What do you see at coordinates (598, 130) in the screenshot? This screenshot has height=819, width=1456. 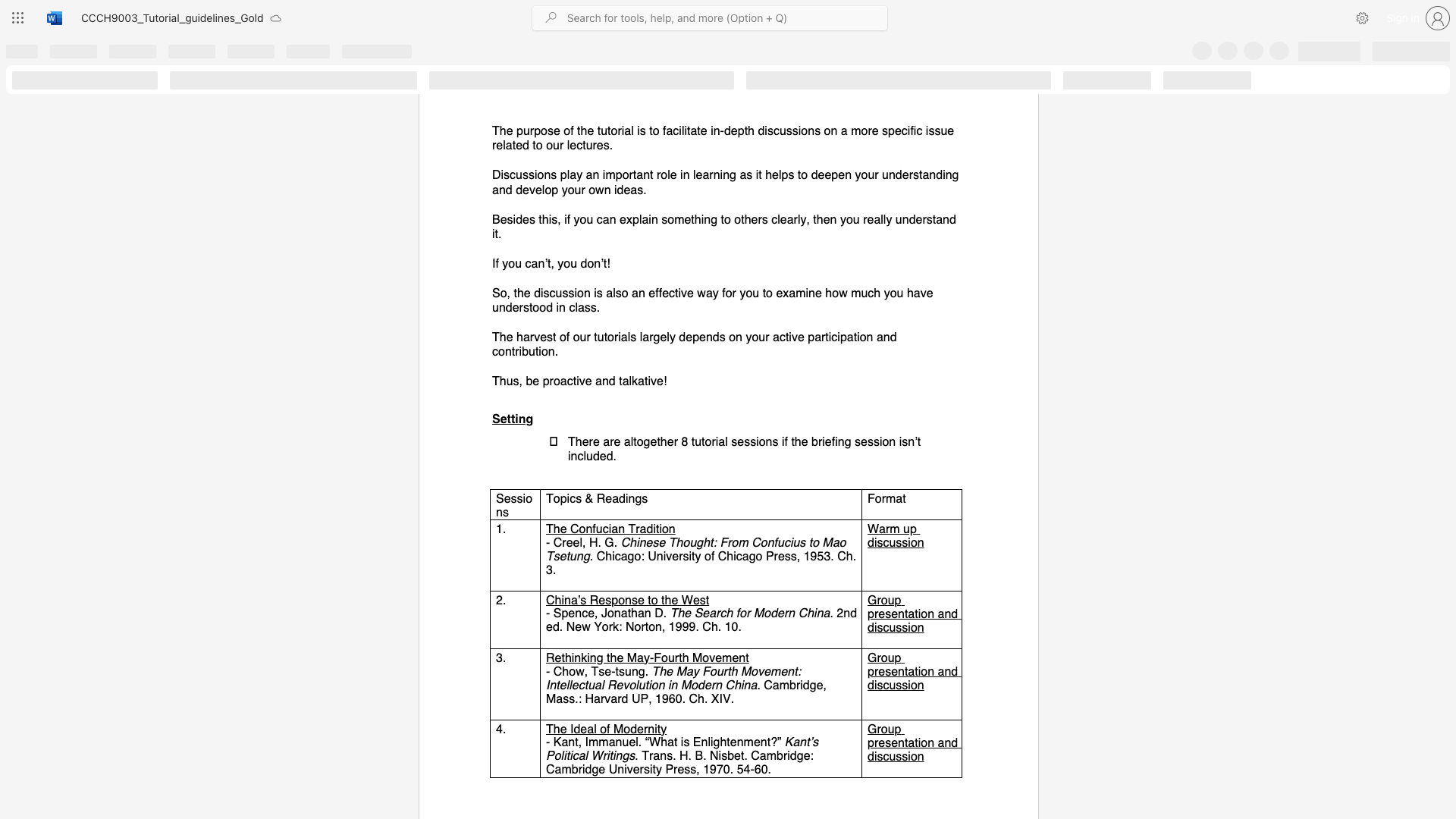 I see `the 2th character "t" in the text` at bounding box center [598, 130].